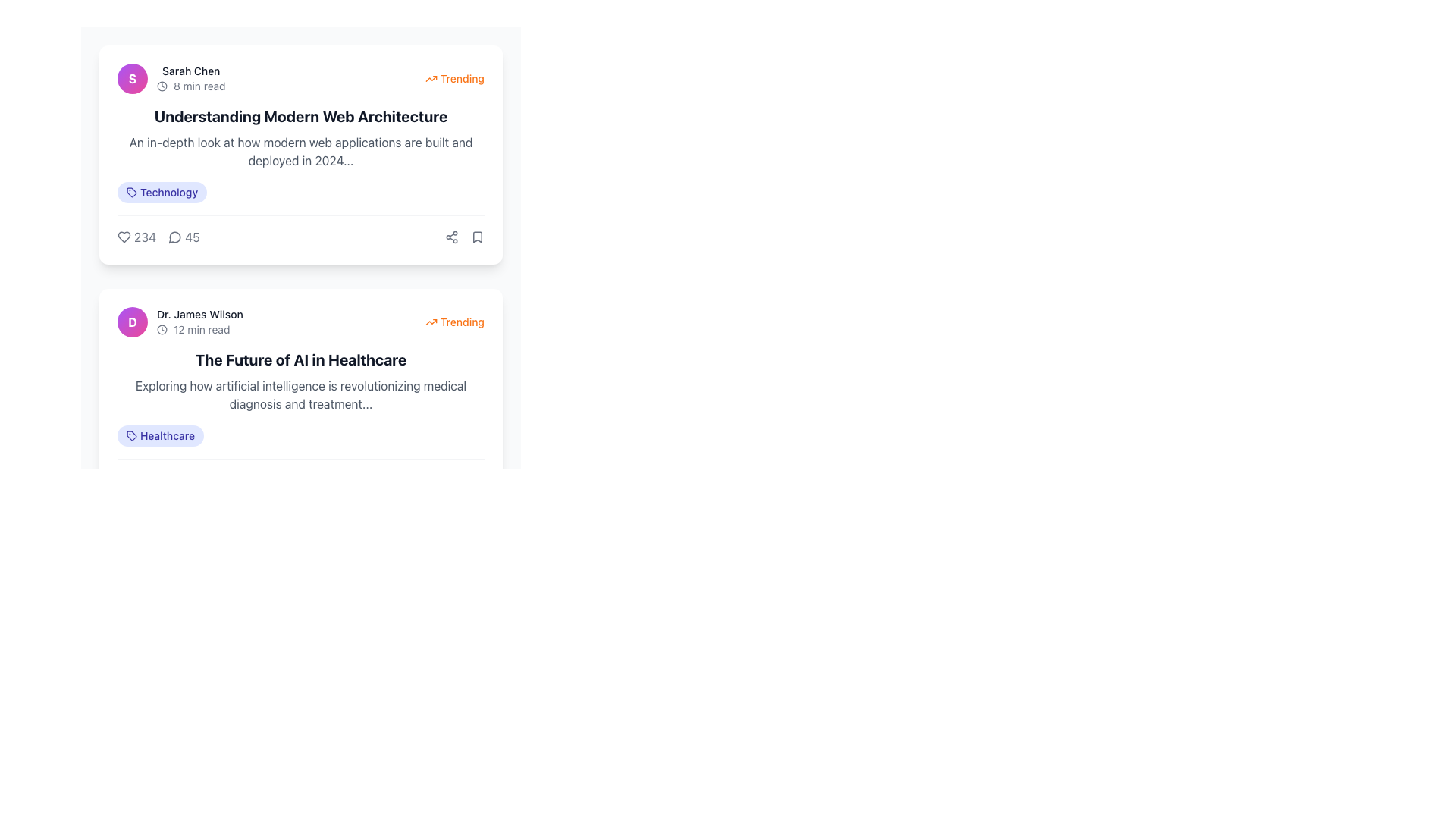 The width and height of the screenshot is (1456, 819). I want to click on the central page number on the horizontally-aligned pagination control bar located at the footer of the interface, so click(301, 802).